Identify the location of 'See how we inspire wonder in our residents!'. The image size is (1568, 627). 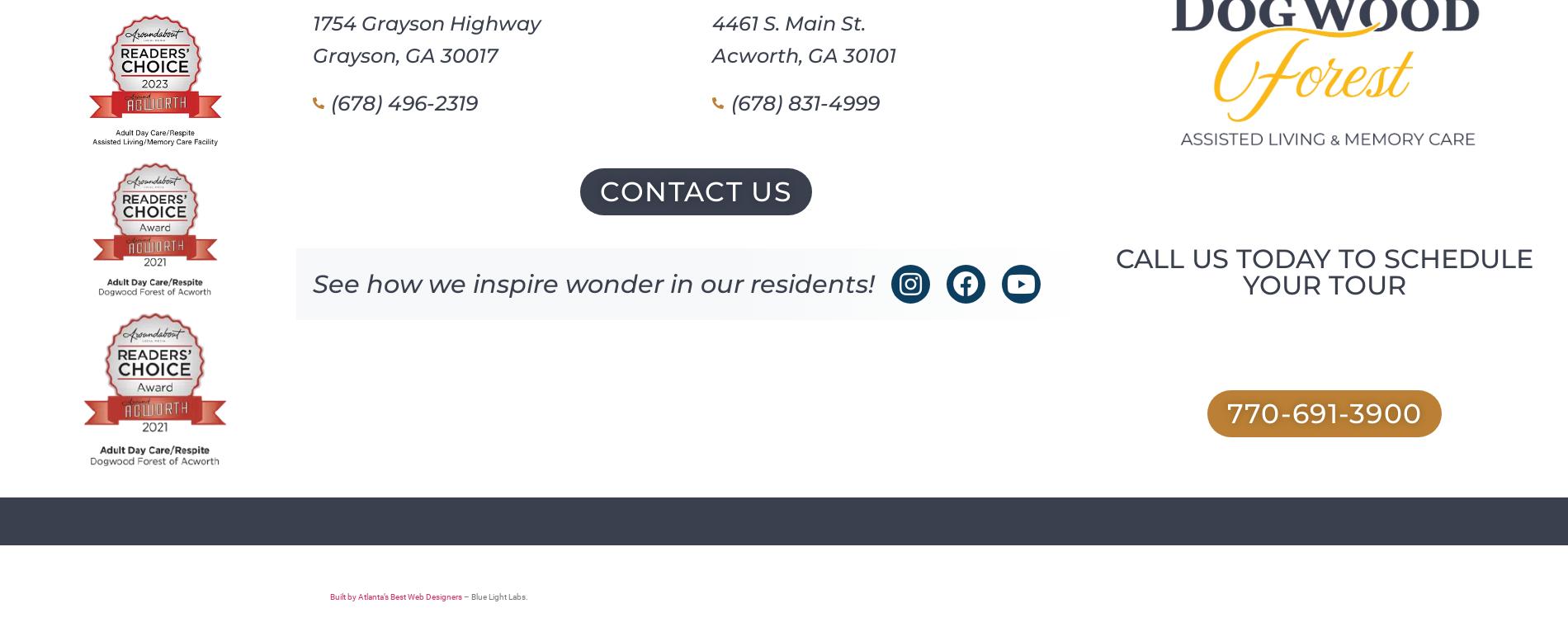
(310, 284).